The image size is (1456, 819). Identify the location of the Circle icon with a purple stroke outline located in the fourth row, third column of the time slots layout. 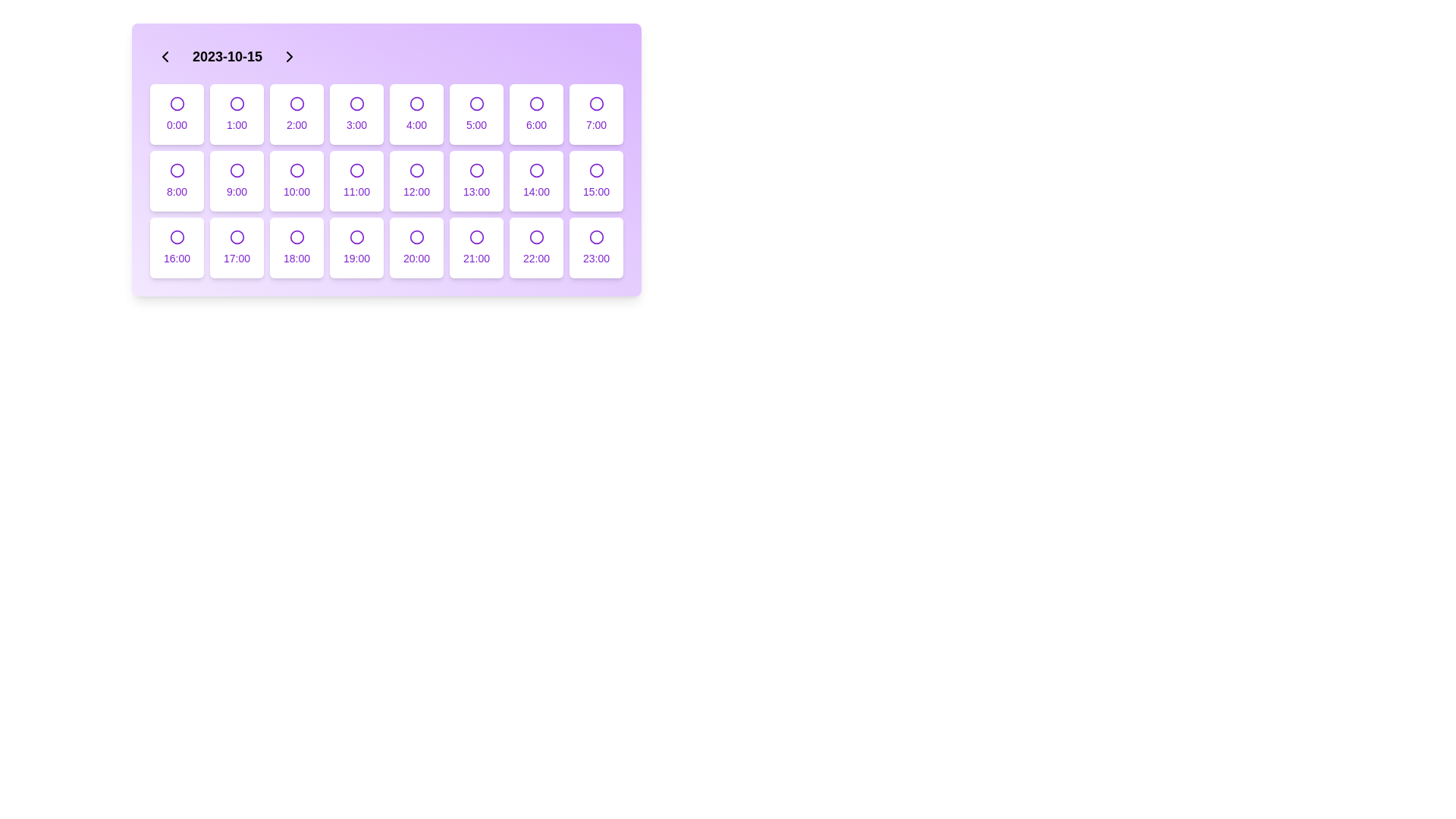
(356, 237).